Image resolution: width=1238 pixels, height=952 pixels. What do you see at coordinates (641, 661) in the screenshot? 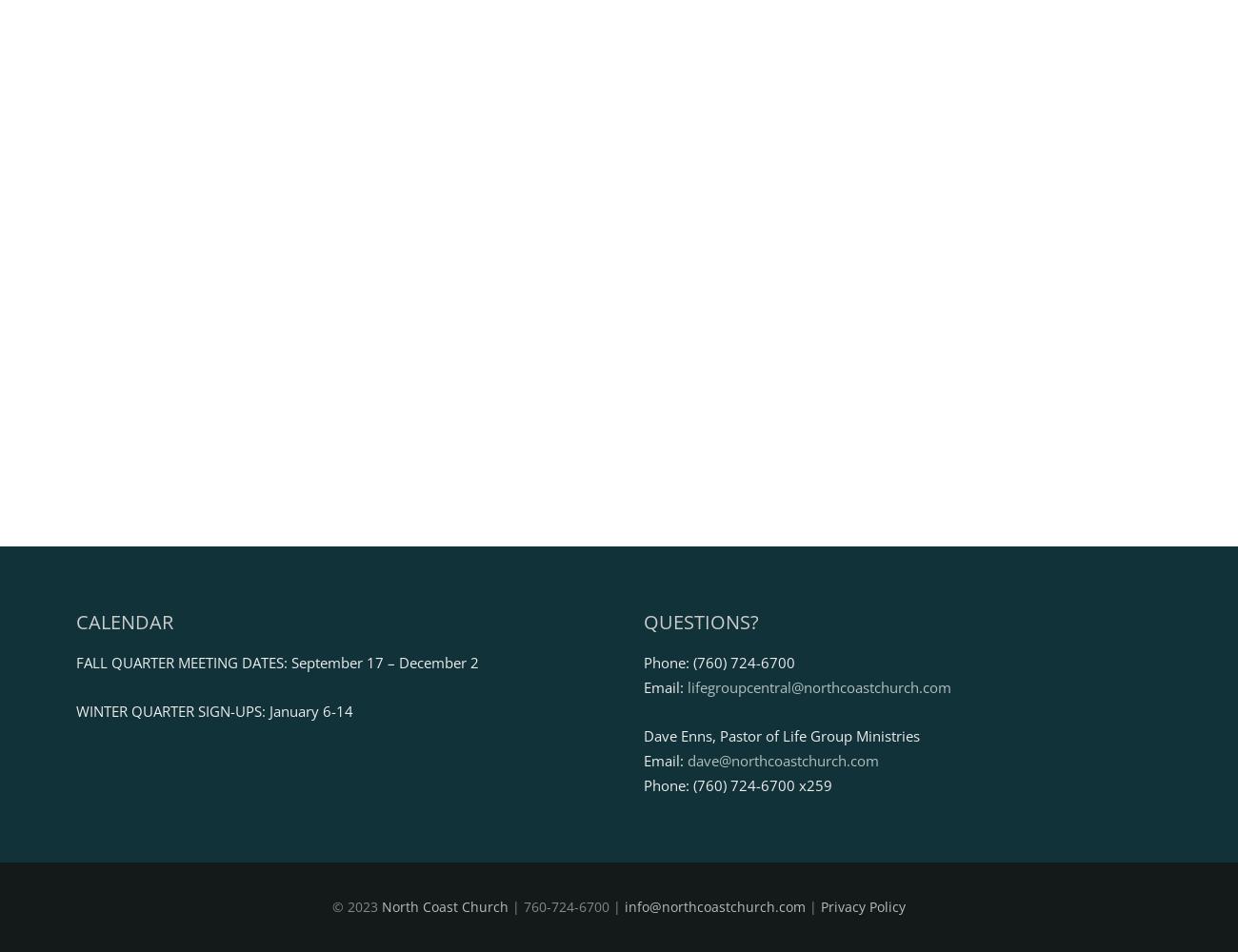
I see `'Phone: (760) 724-6700'` at bounding box center [641, 661].